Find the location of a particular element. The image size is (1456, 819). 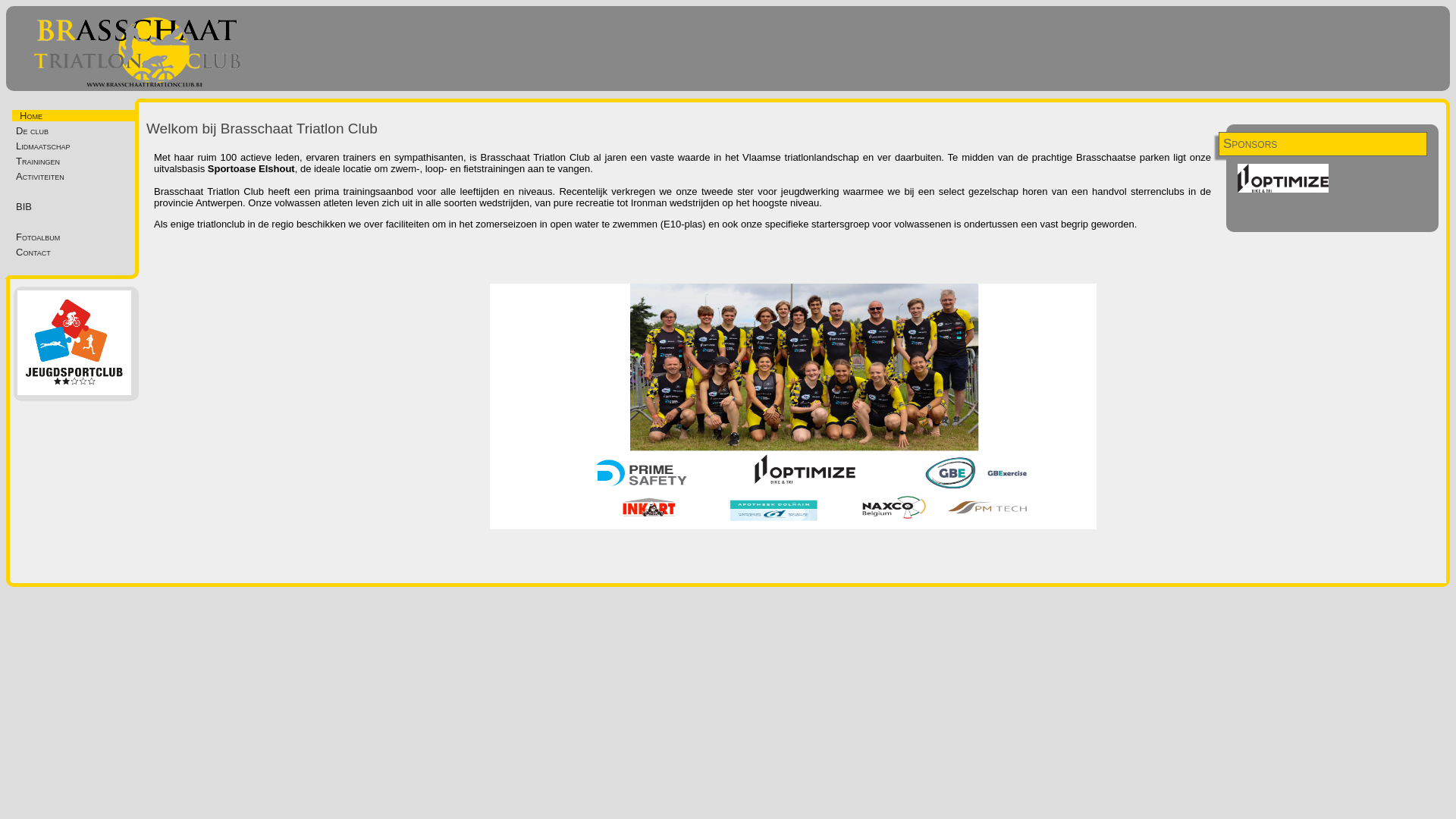

'Activiteiten' is located at coordinates (77, 175).